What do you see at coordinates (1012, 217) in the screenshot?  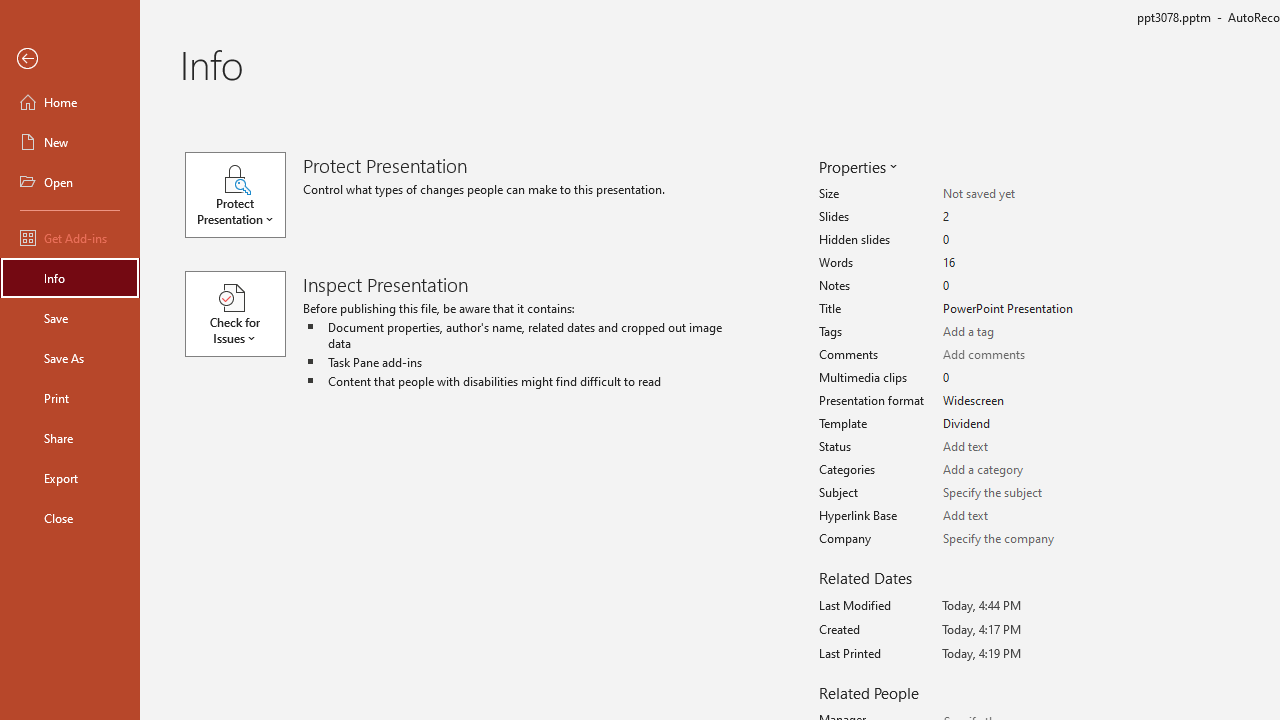 I see `'Slides'` at bounding box center [1012, 217].